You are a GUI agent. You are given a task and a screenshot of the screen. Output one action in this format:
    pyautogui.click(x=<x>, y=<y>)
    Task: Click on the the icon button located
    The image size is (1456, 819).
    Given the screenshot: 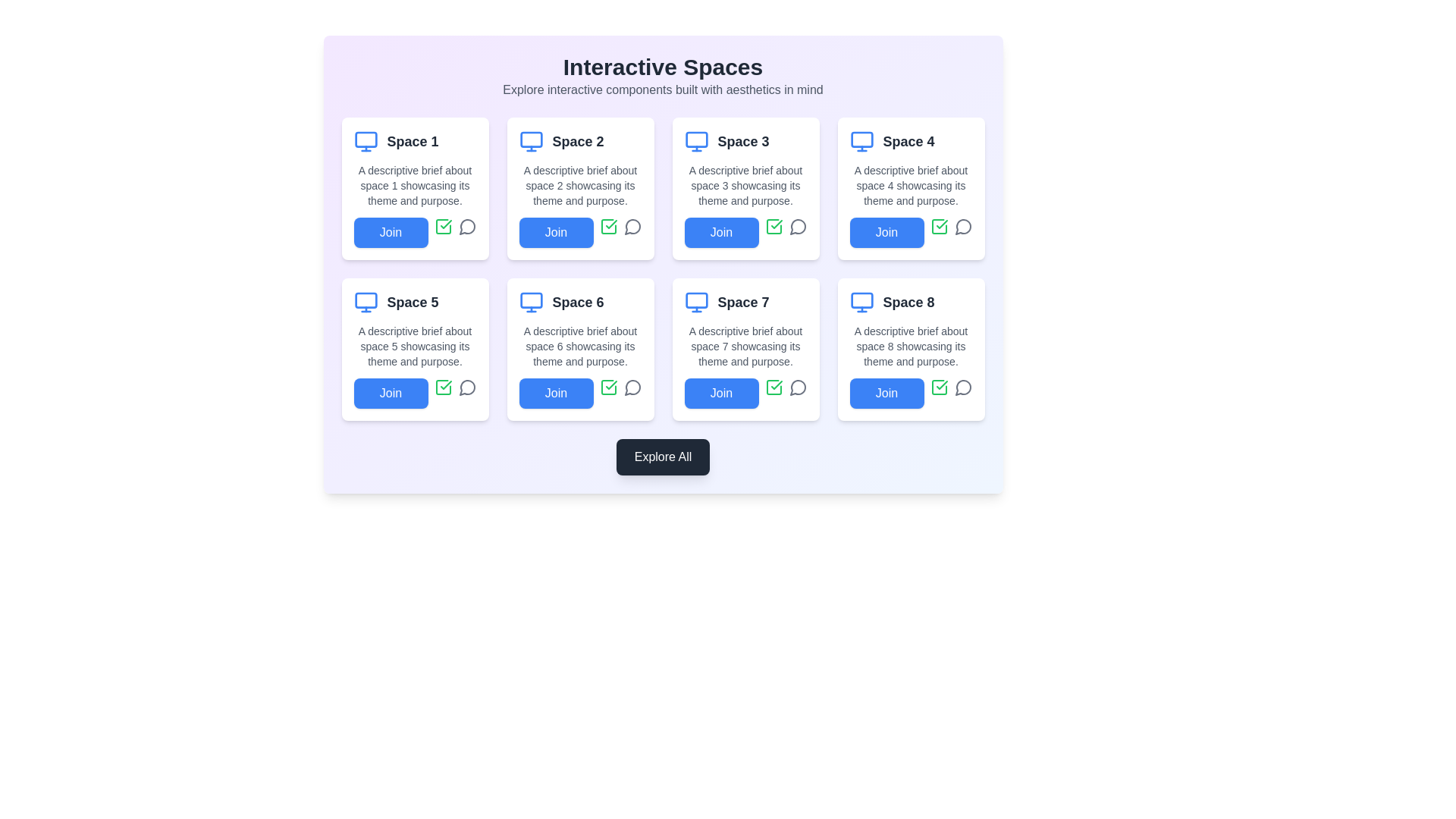 What is the action you would take?
    pyautogui.click(x=608, y=227)
    